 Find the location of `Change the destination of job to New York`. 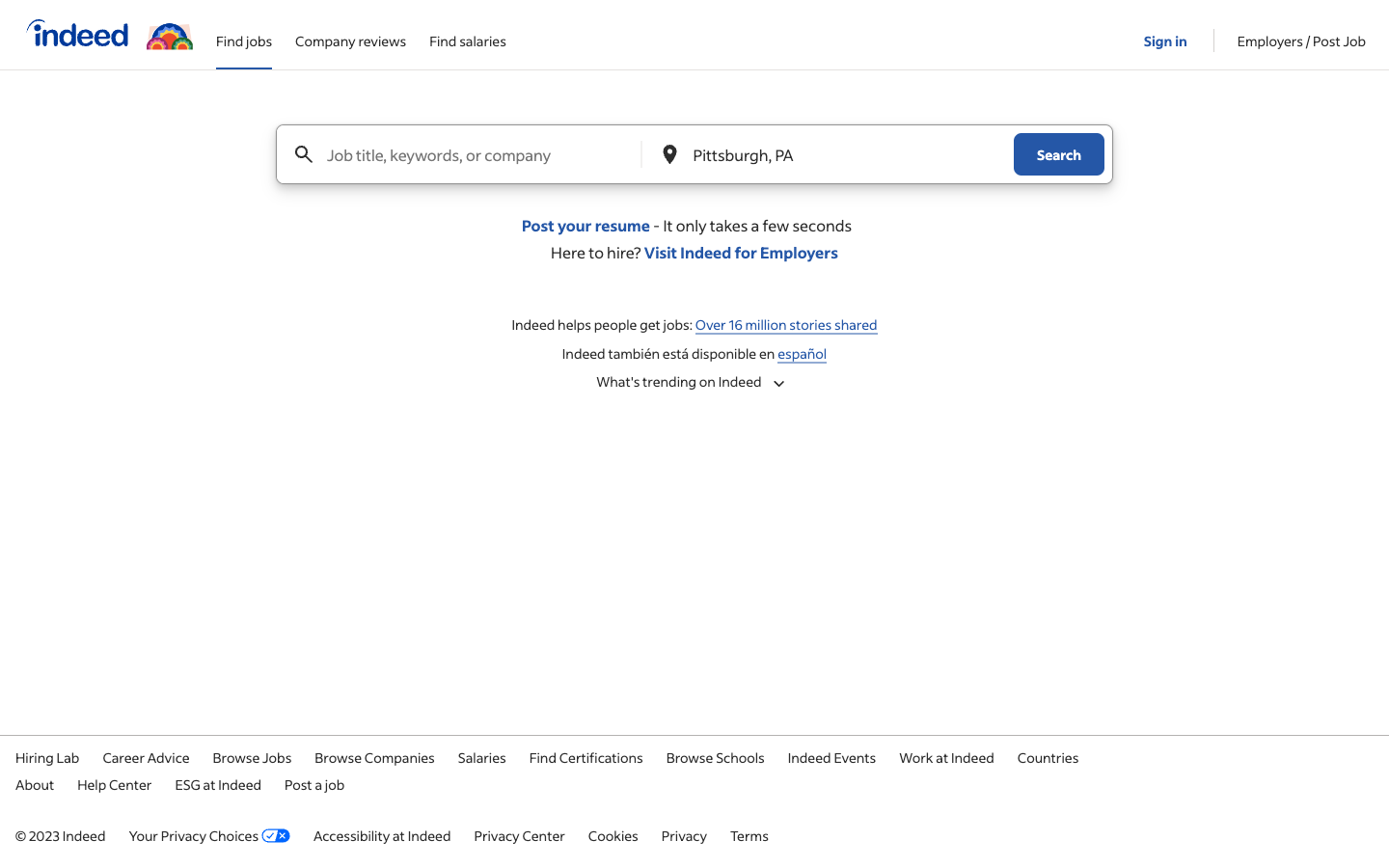

Change the destination of job to New York is located at coordinates (831, 154).